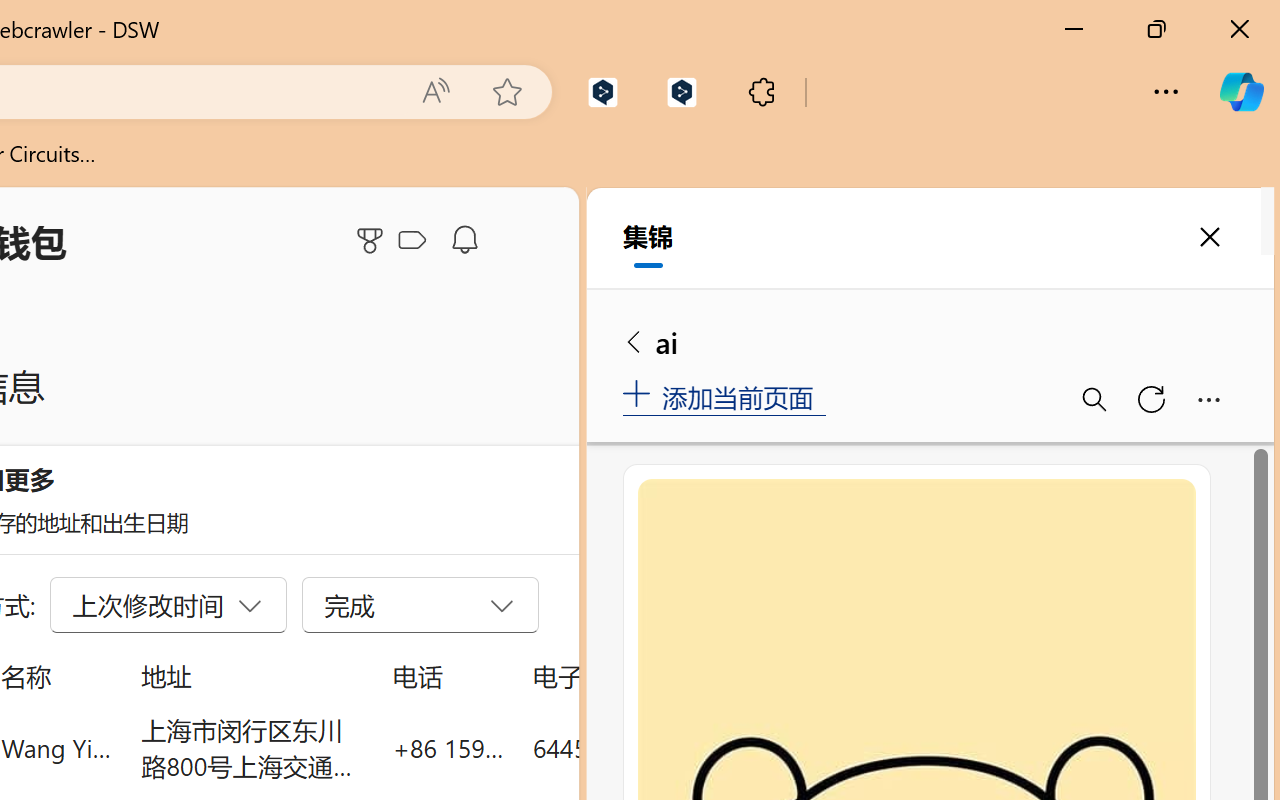 Image resolution: width=1280 pixels, height=800 pixels. I want to click on 'Copilot (Ctrl+Shift+.)', so click(1240, 91).